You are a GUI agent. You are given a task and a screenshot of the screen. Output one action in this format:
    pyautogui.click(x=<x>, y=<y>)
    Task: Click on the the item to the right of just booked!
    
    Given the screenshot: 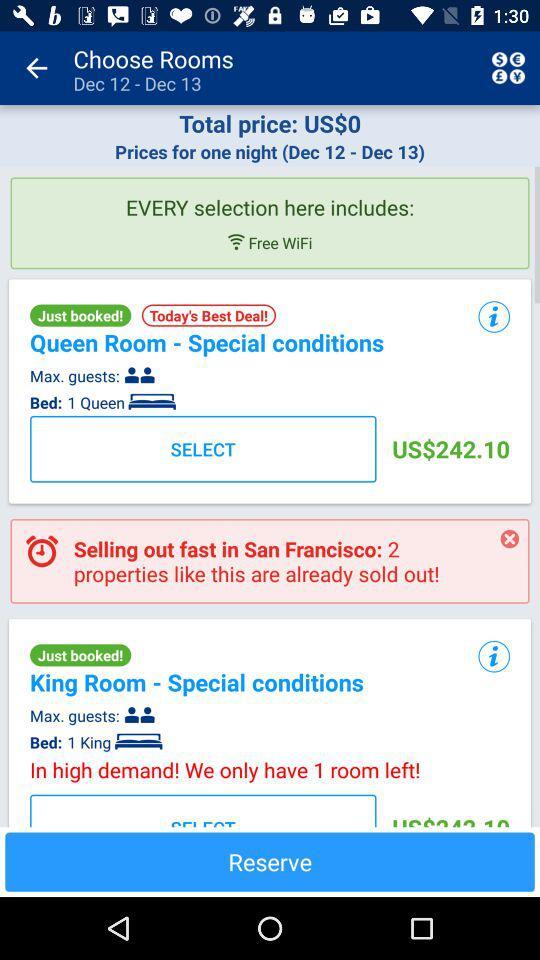 What is the action you would take?
    pyautogui.click(x=207, y=315)
    